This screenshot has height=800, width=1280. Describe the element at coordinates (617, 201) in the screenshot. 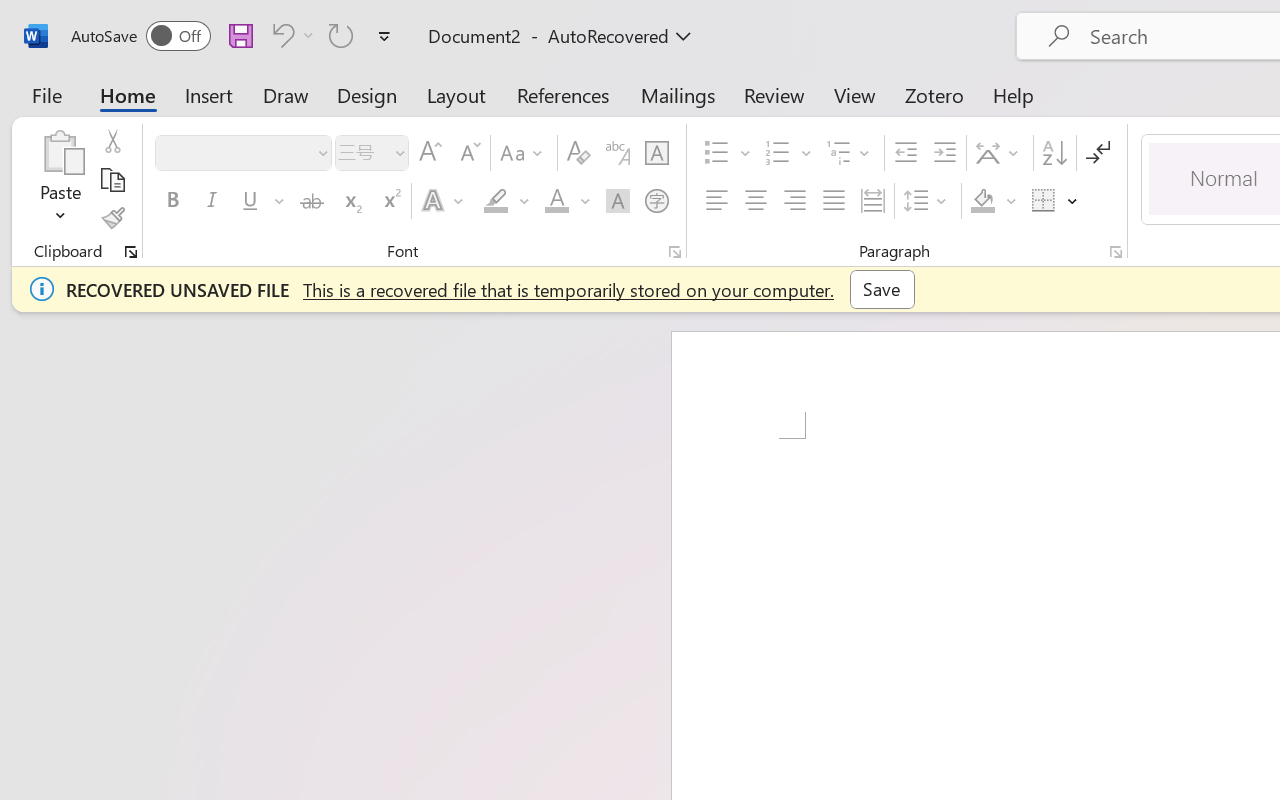

I see `'Character Shading'` at that location.